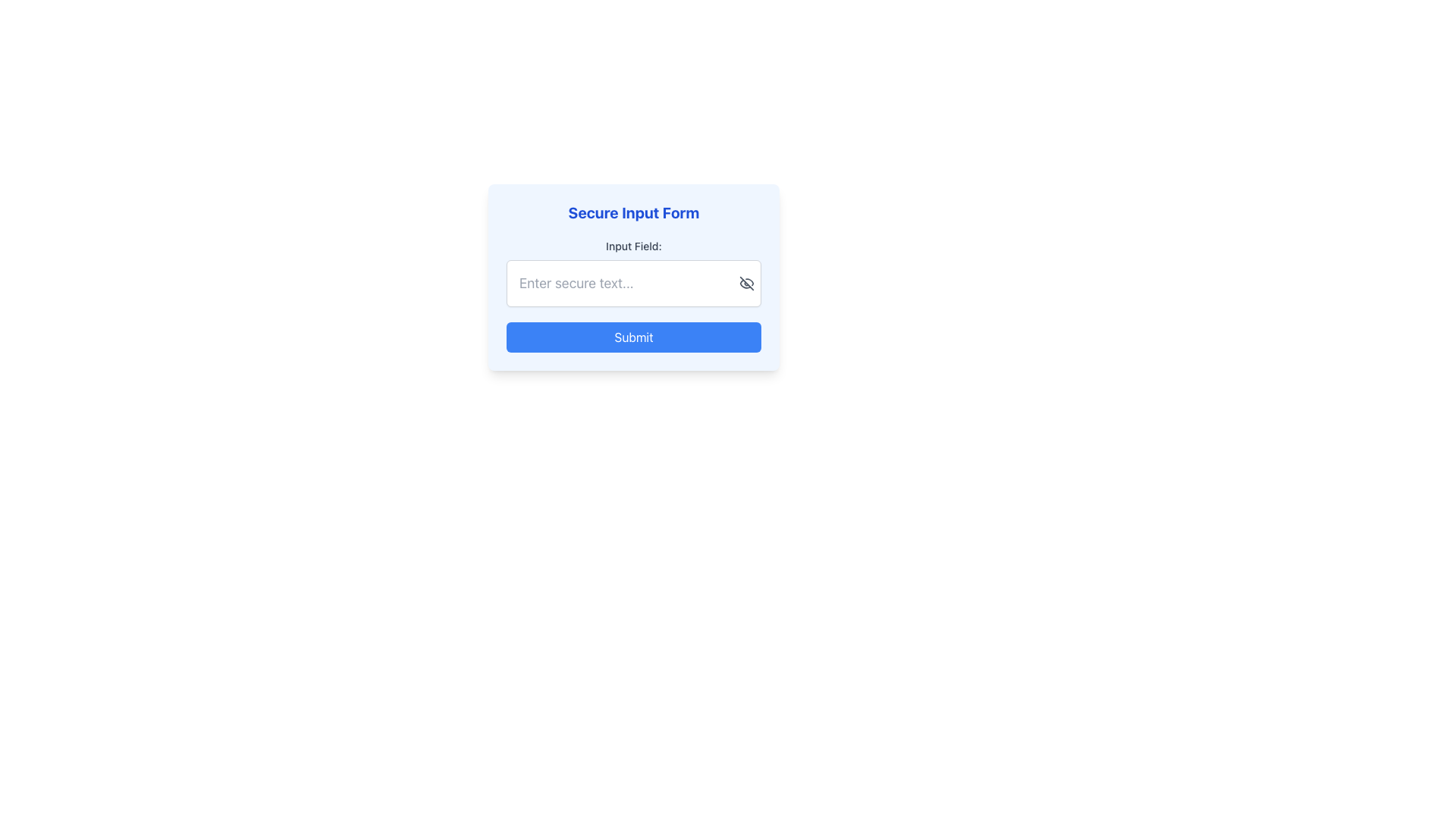 This screenshot has width=1456, height=819. What do you see at coordinates (633, 271) in the screenshot?
I see `inside the password input field labeled 'Input Field:' to focus and type a password` at bounding box center [633, 271].